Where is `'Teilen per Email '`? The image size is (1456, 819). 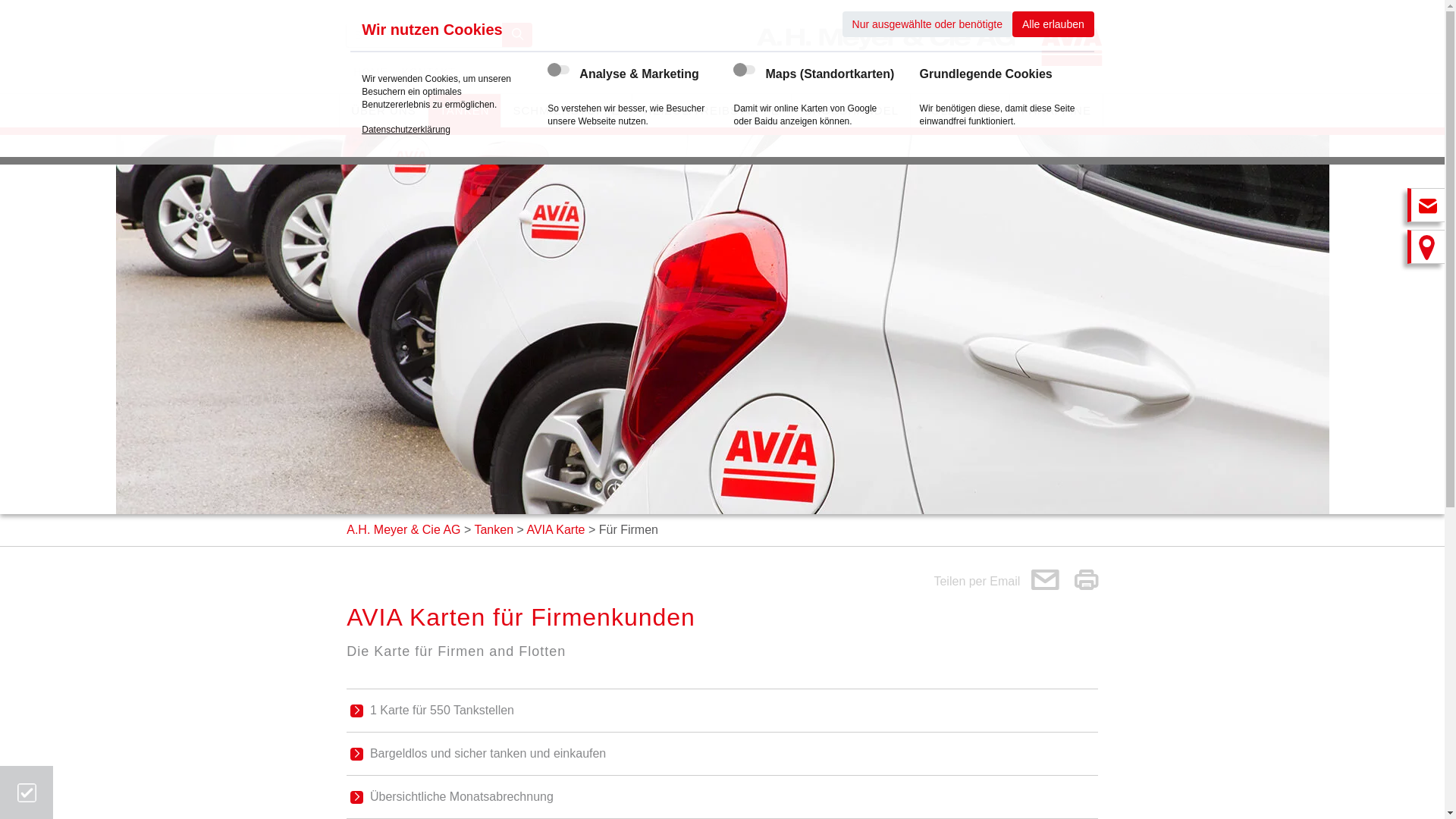 'Teilen per Email ' is located at coordinates (996, 581).